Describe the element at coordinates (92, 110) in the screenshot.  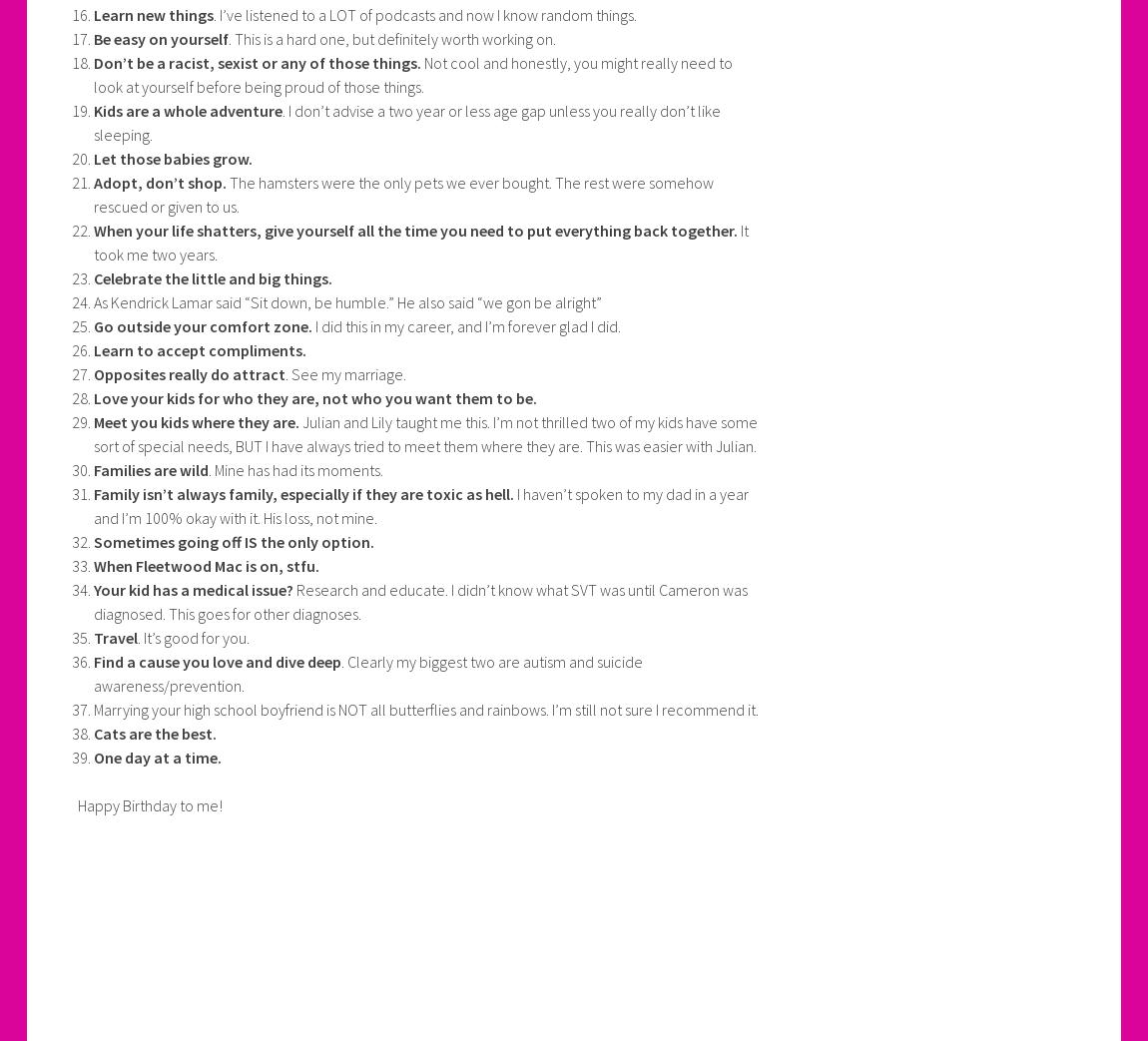
I see `'Kids are a whole adventure'` at that location.